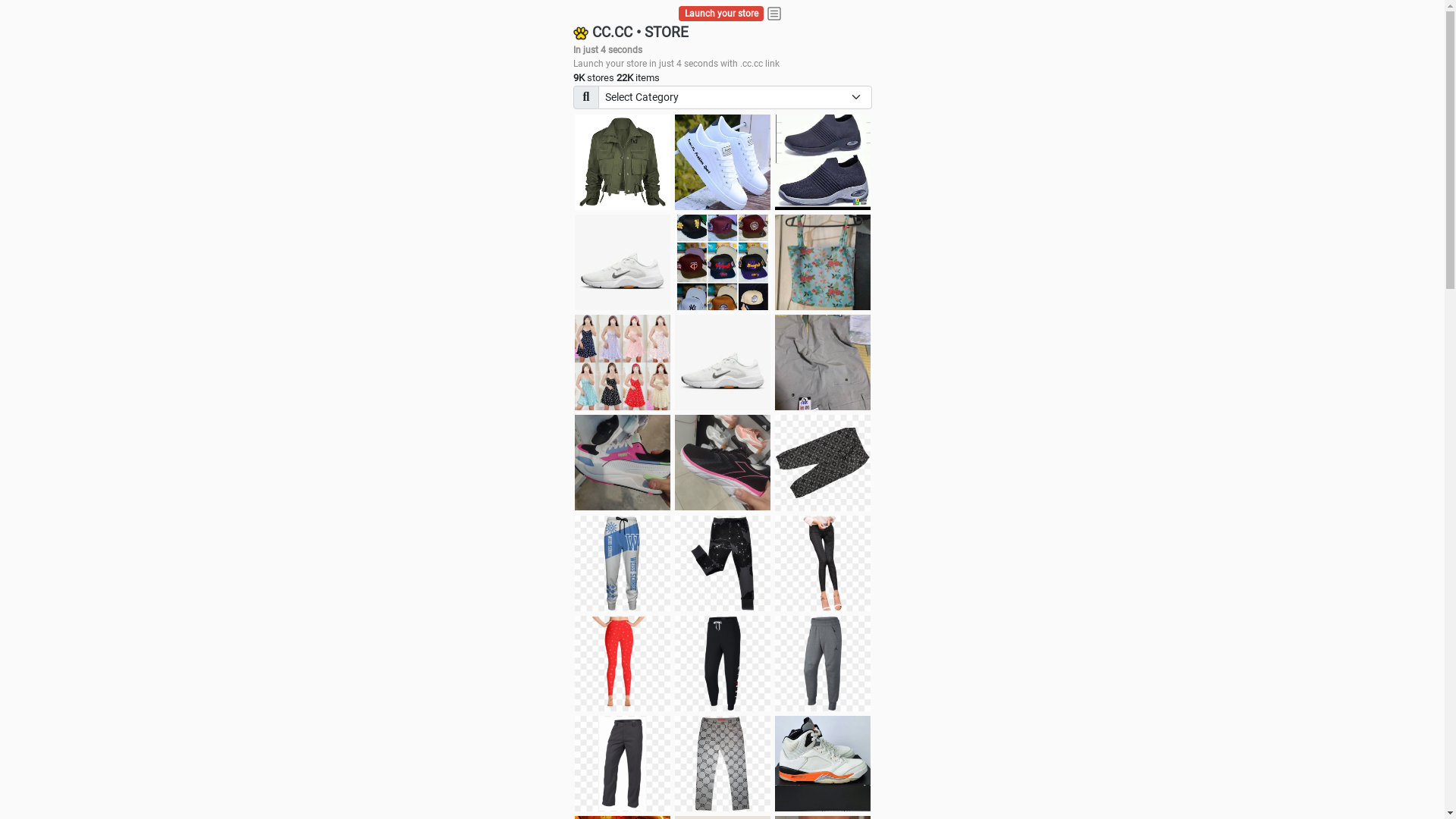 The height and width of the screenshot is (819, 1456). What do you see at coordinates (673, 461) in the screenshot?
I see `'Zapatillas'` at bounding box center [673, 461].